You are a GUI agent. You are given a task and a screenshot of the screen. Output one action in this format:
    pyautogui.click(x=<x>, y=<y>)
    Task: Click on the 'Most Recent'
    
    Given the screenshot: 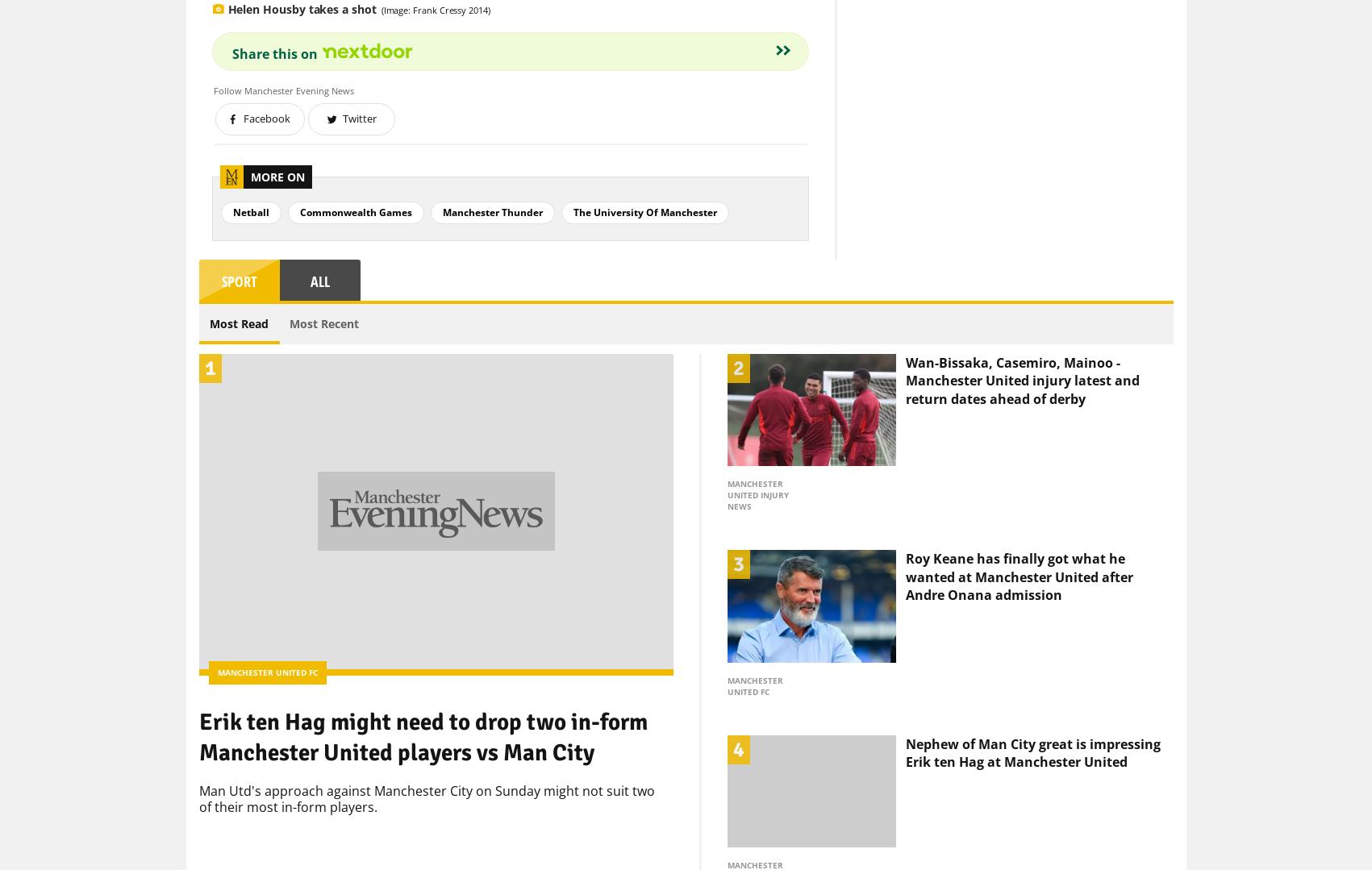 What is the action you would take?
    pyautogui.click(x=322, y=296)
    